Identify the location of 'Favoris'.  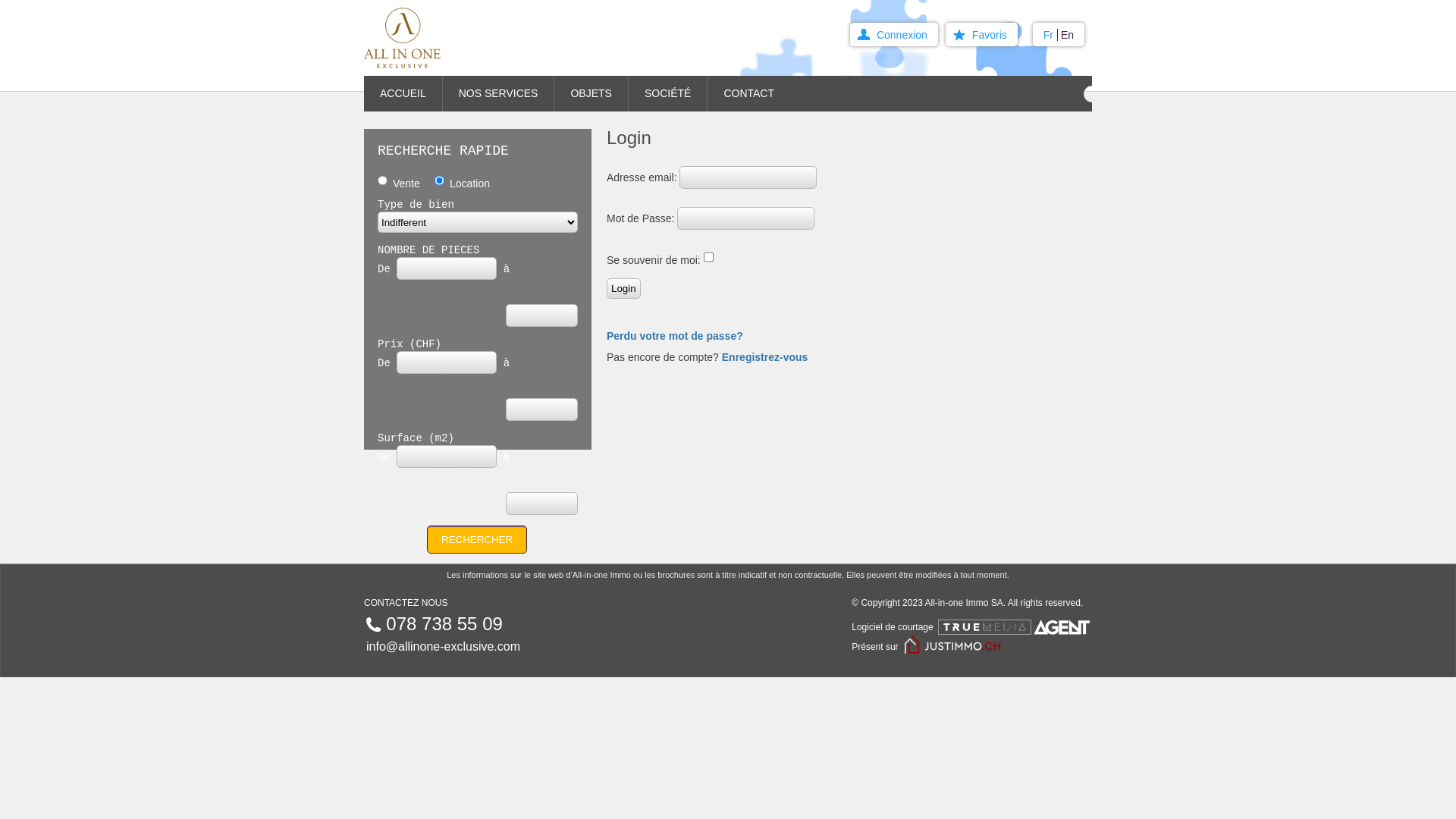
(981, 34).